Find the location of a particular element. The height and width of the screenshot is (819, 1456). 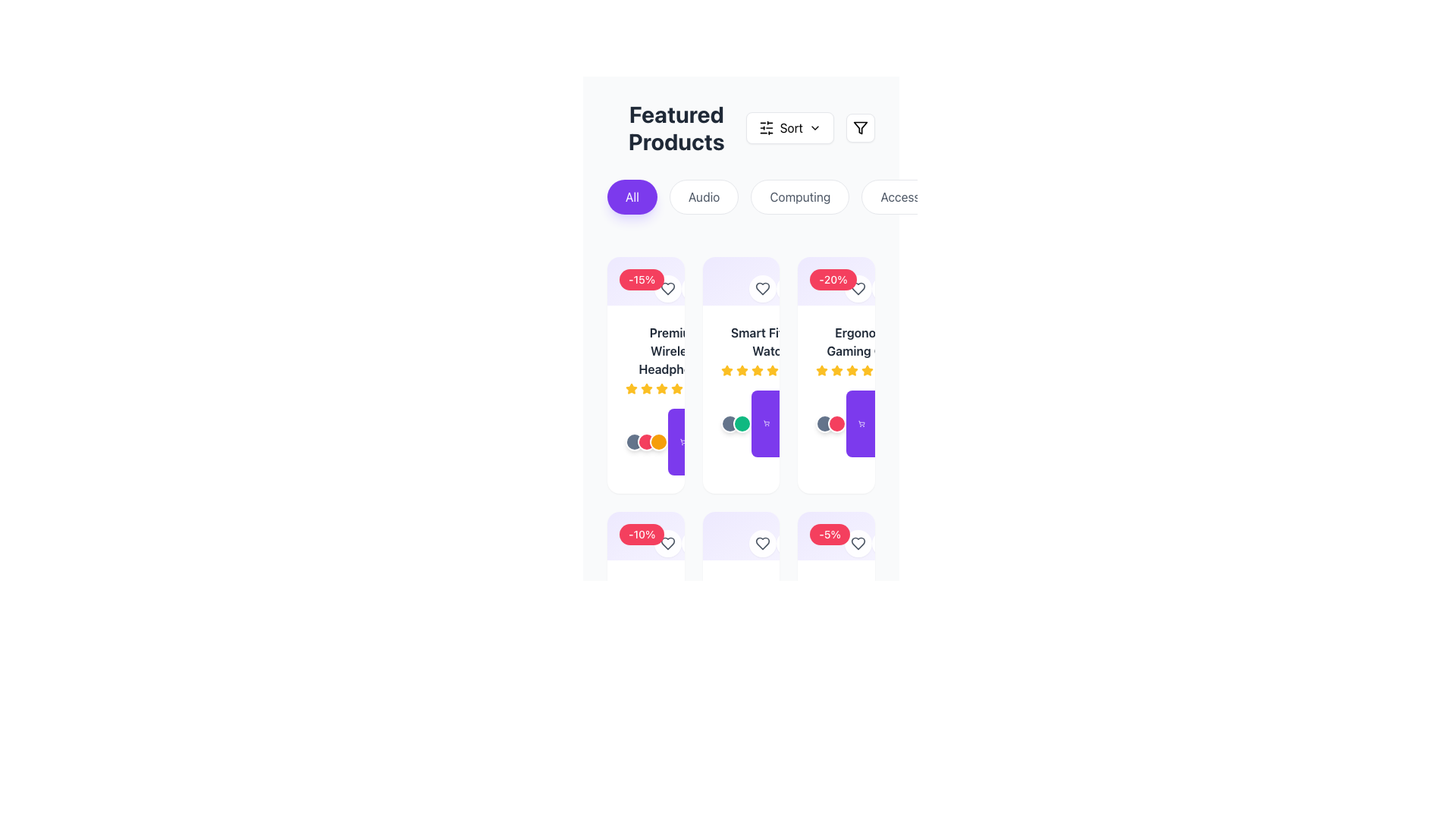

the third star-shaped icon with a gold tint in the rating component of the 'Smart Fitness Watch' product card is located at coordinates (726, 370).